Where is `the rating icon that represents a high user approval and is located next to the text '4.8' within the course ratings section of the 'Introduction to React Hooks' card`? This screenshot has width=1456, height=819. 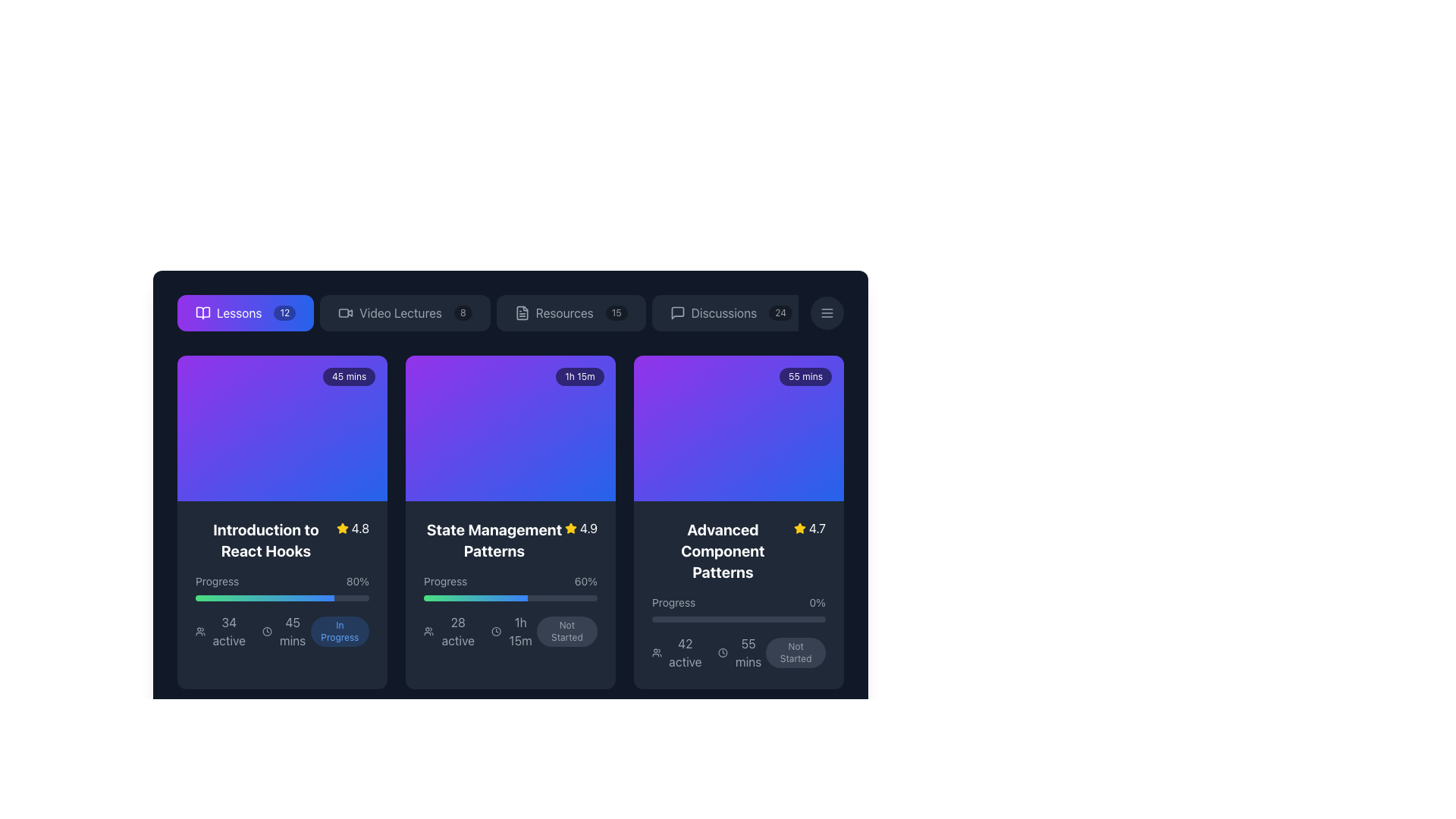 the rating icon that represents a high user approval and is located next to the text '4.8' within the course ratings section of the 'Introduction to React Hooks' card is located at coordinates (341, 528).